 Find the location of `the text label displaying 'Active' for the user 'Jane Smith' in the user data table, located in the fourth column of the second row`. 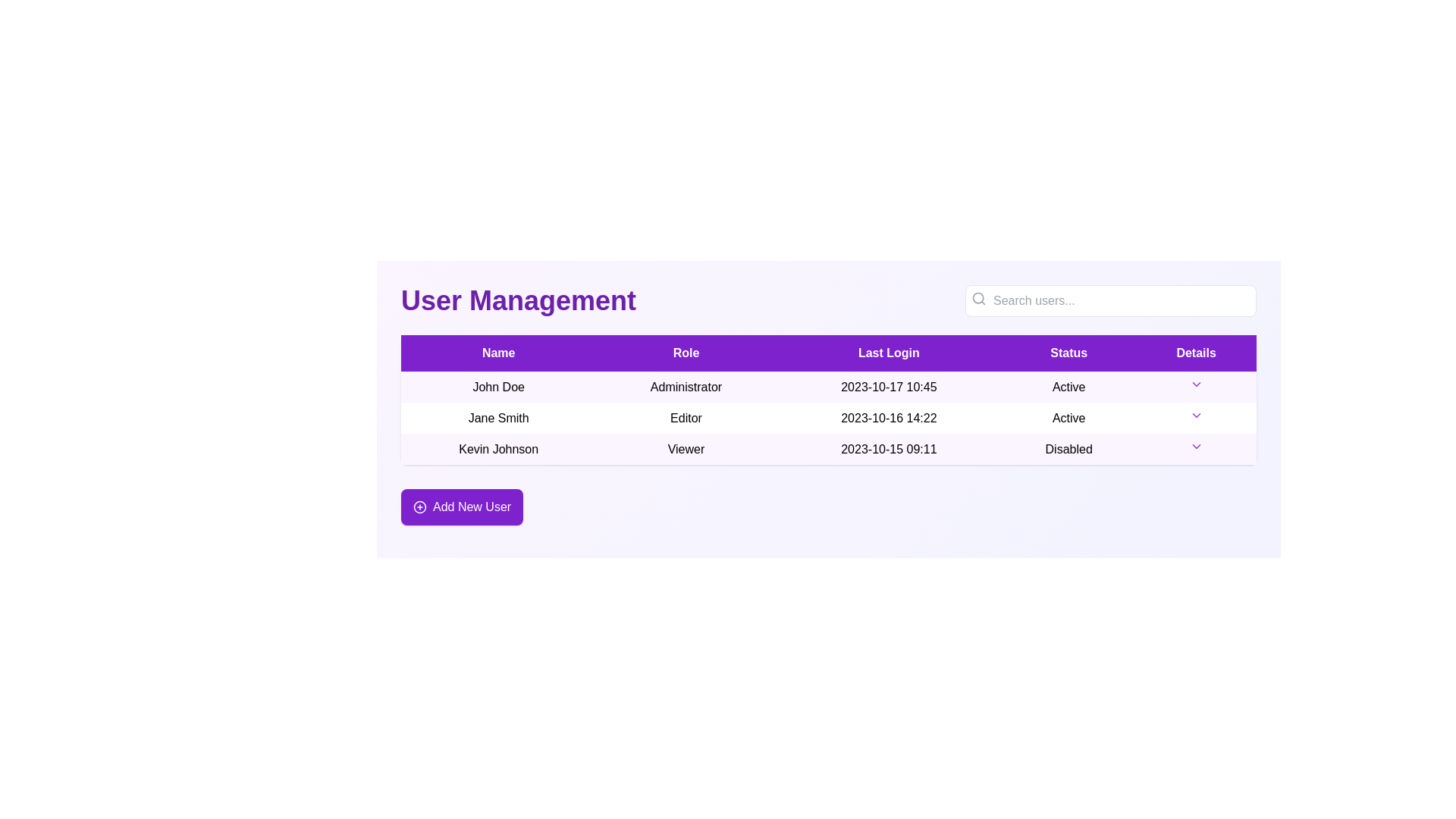

the text label displaying 'Active' for the user 'Jane Smith' in the user data table, located in the fourth column of the second row is located at coordinates (1068, 418).